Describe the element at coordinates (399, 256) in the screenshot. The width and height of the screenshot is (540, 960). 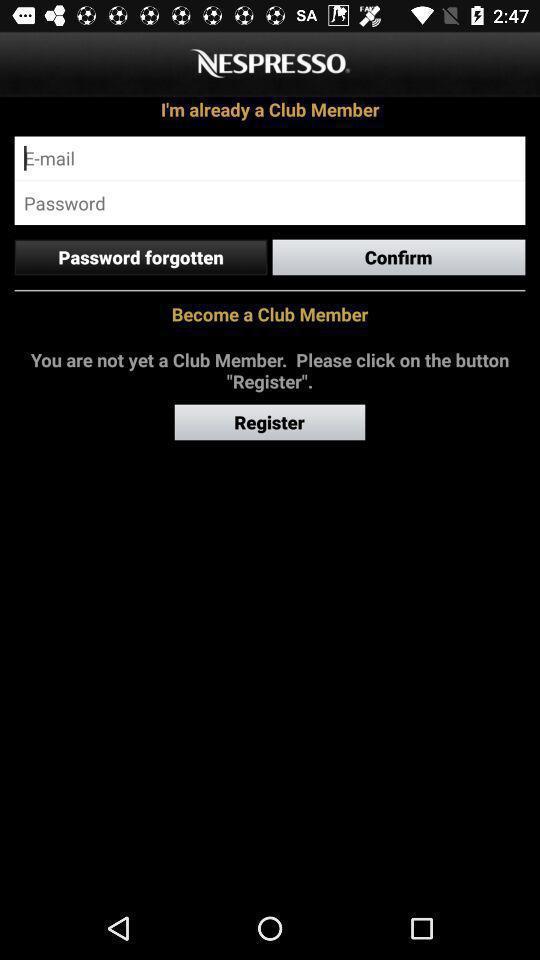
I see `the confirm` at that location.